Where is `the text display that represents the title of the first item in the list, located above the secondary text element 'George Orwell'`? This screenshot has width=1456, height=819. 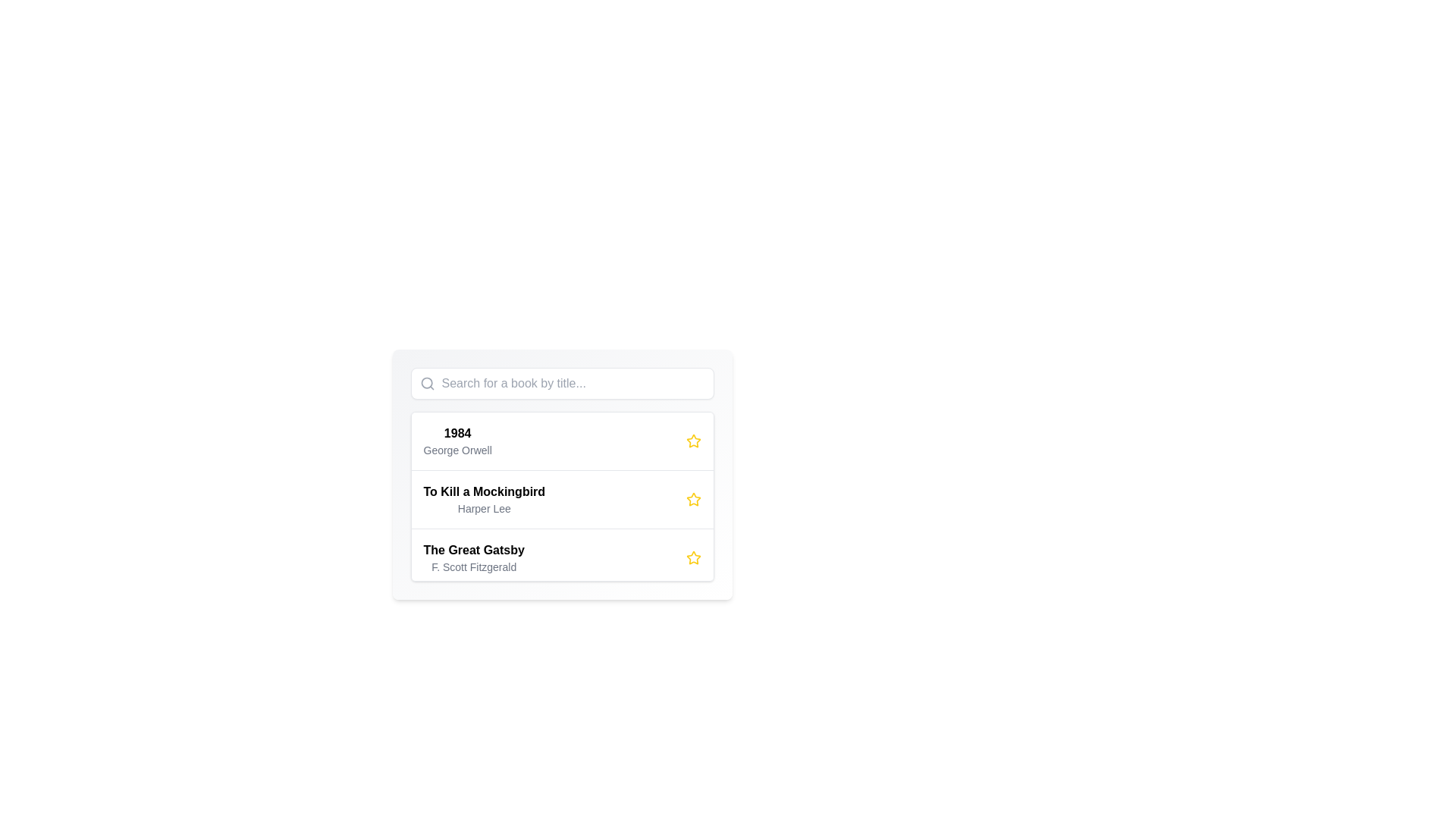 the text display that represents the title of the first item in the list, located above the secondary text element 'George Orwell' is located at coordinates (457, 433).